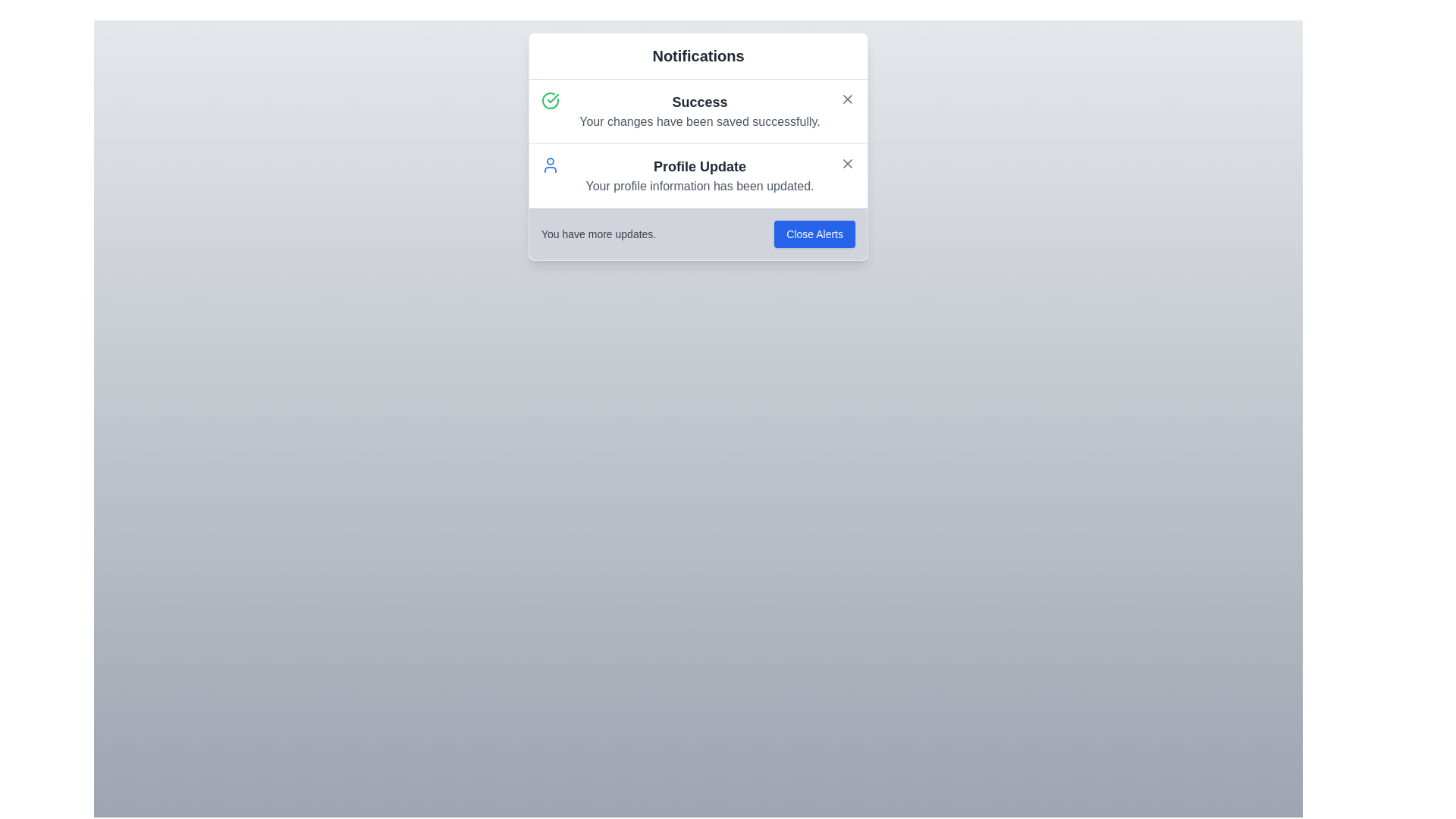 The image size is (1456, 819). What do you see at coordinates (698, 55) in the screenshot?
I see `the title bar of the notification container` at bounding box center [698, 55].